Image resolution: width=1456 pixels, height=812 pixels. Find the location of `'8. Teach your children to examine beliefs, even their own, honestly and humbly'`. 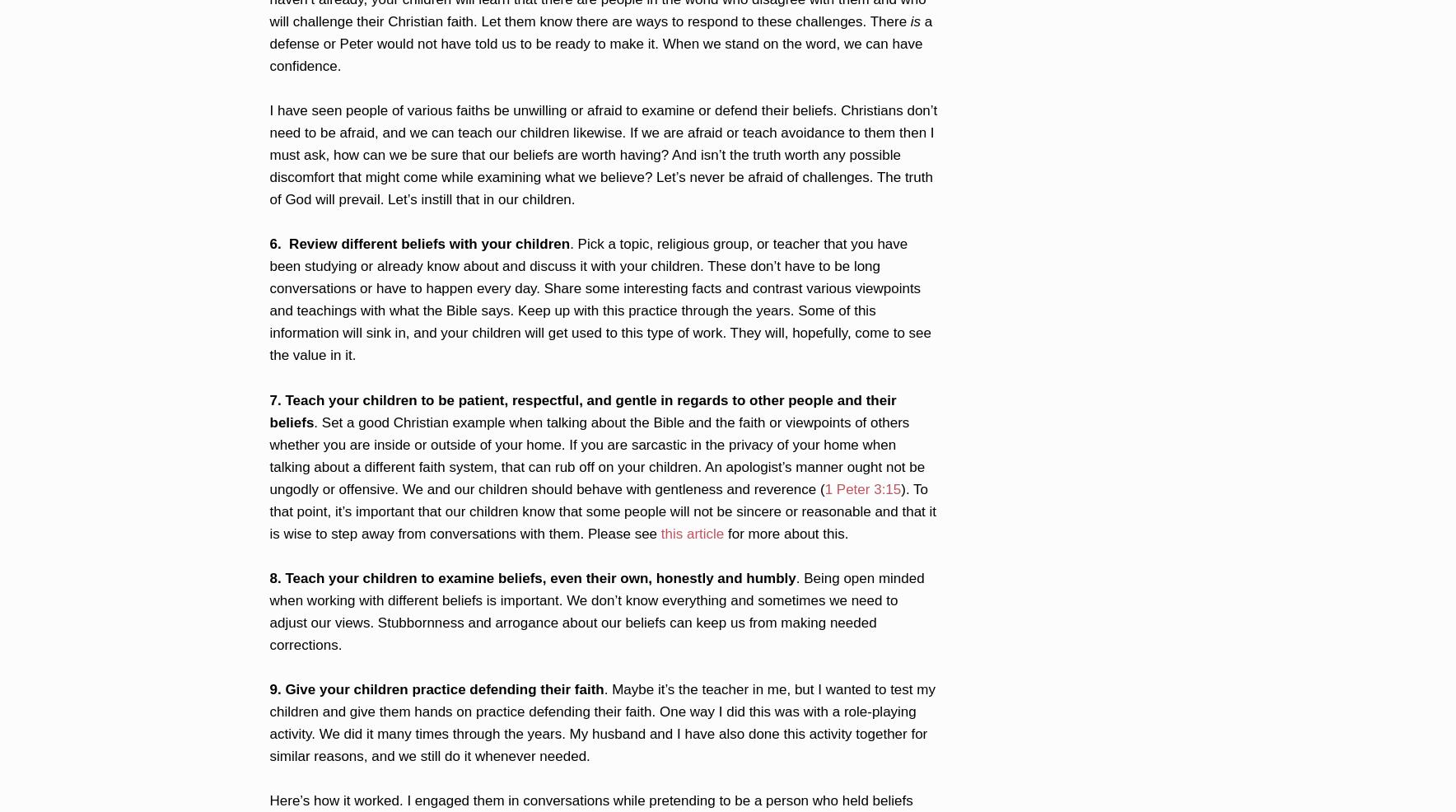

'8. Teach your children to examine beliefs, even their own, honestly and humbly' is located at coordinates (531, 576).